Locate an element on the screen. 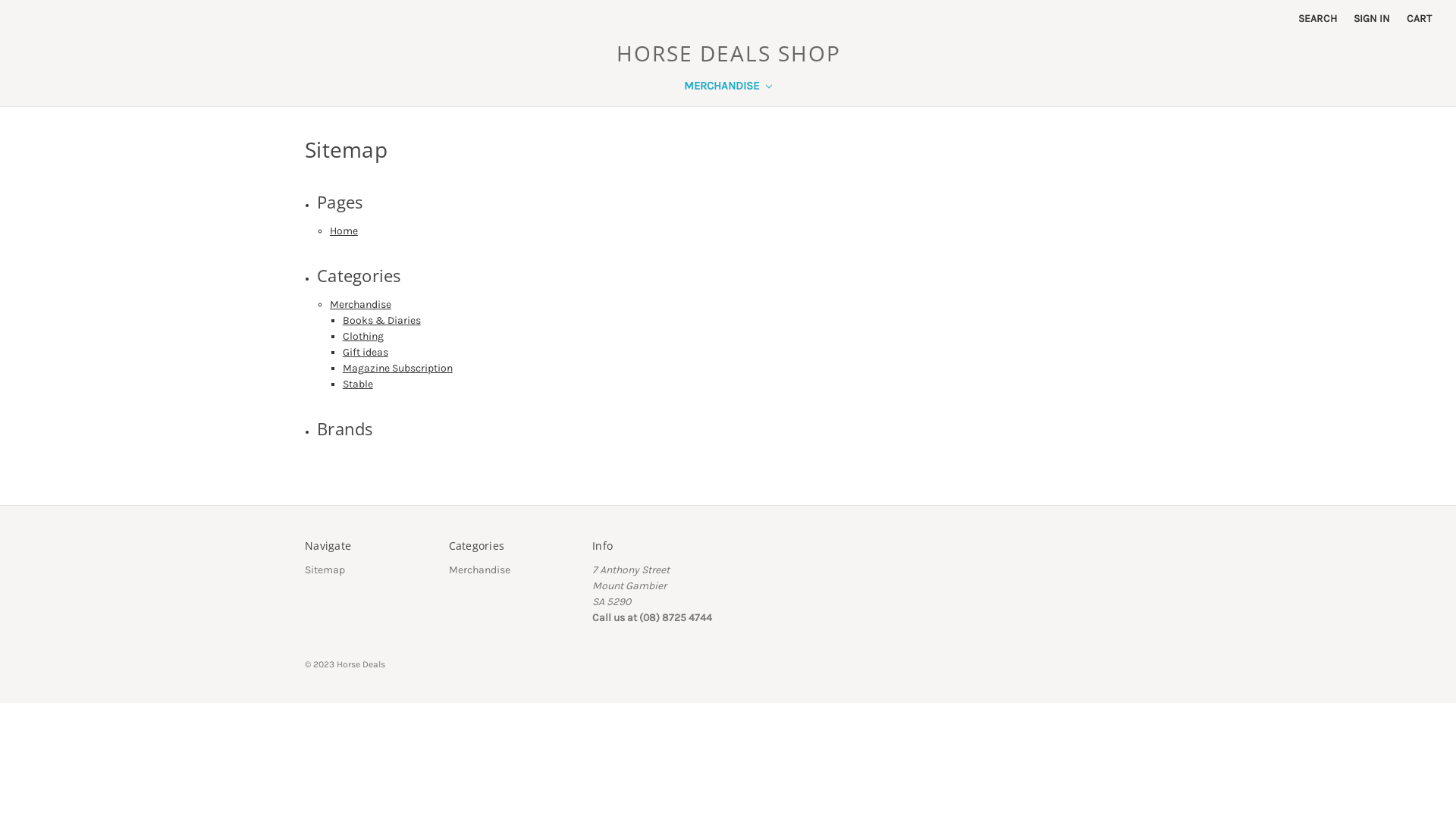  'Sitemap' is located at coordinates (324, 570).